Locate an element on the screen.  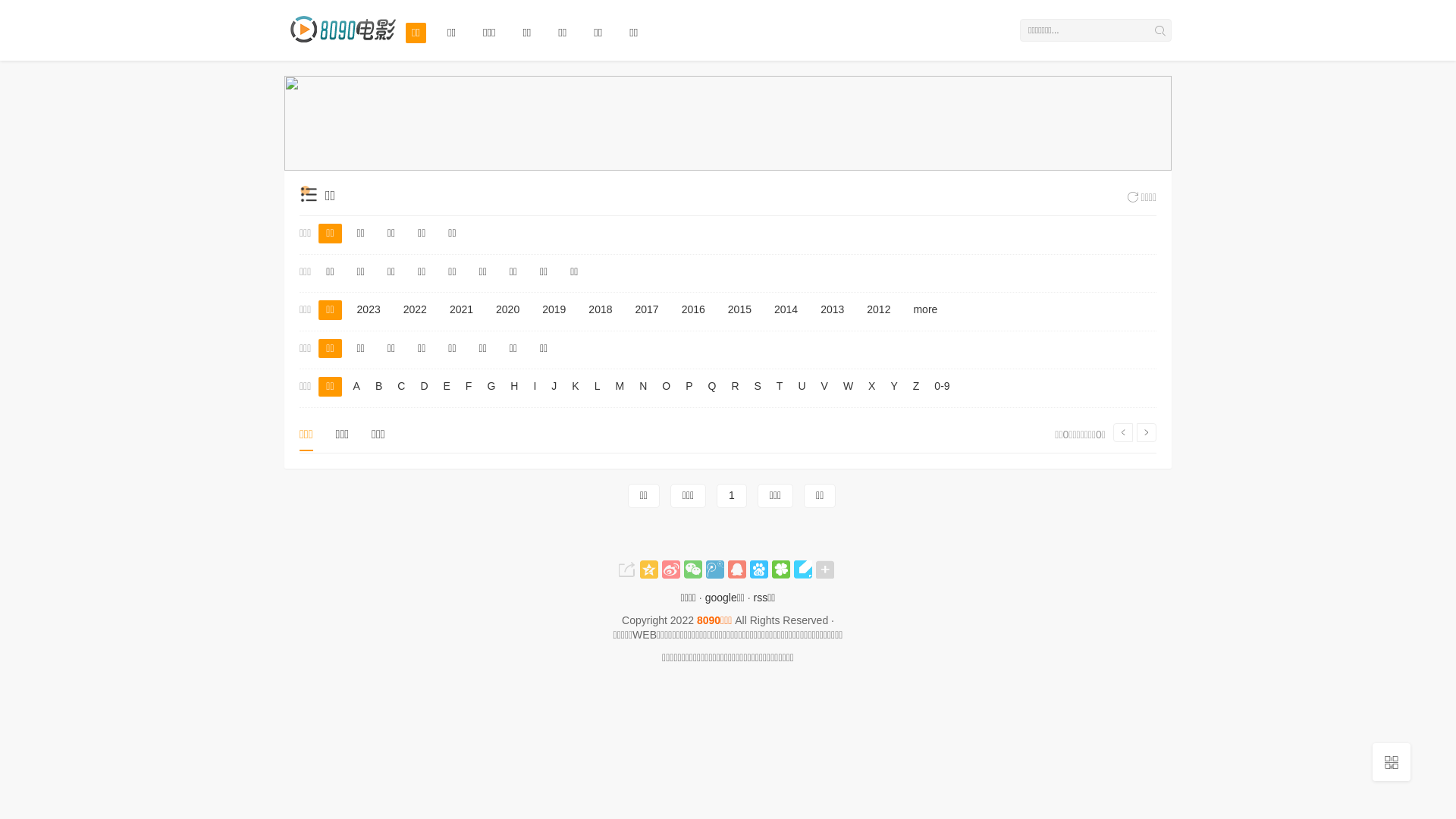
'I' is located at coordinates (535, 385).